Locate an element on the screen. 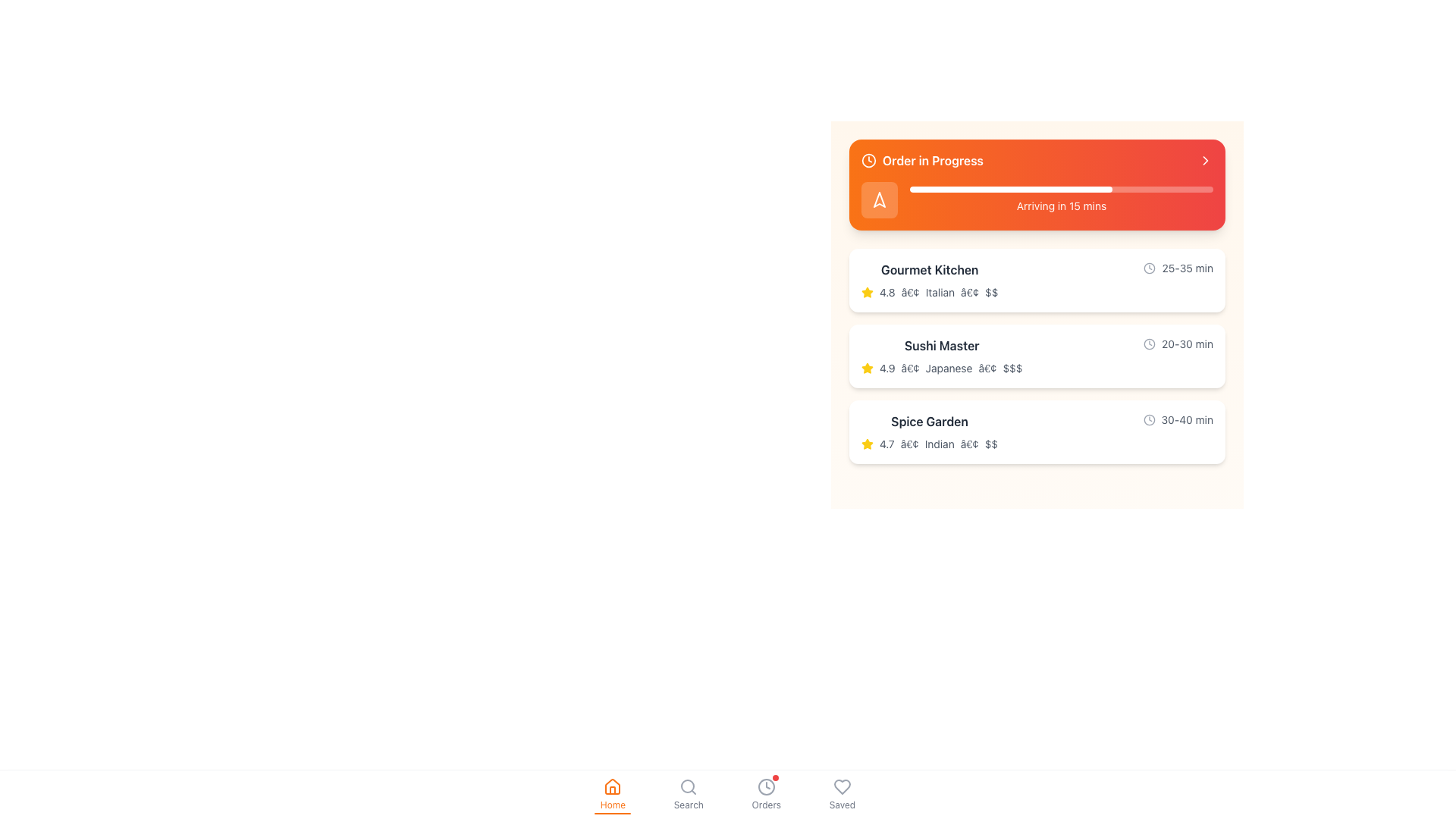  the decorative bullet point symbol ('•') that separates 'Japanese' and '$$$' in the second restaurant entry on the interface is located at coordinates (987, 369).